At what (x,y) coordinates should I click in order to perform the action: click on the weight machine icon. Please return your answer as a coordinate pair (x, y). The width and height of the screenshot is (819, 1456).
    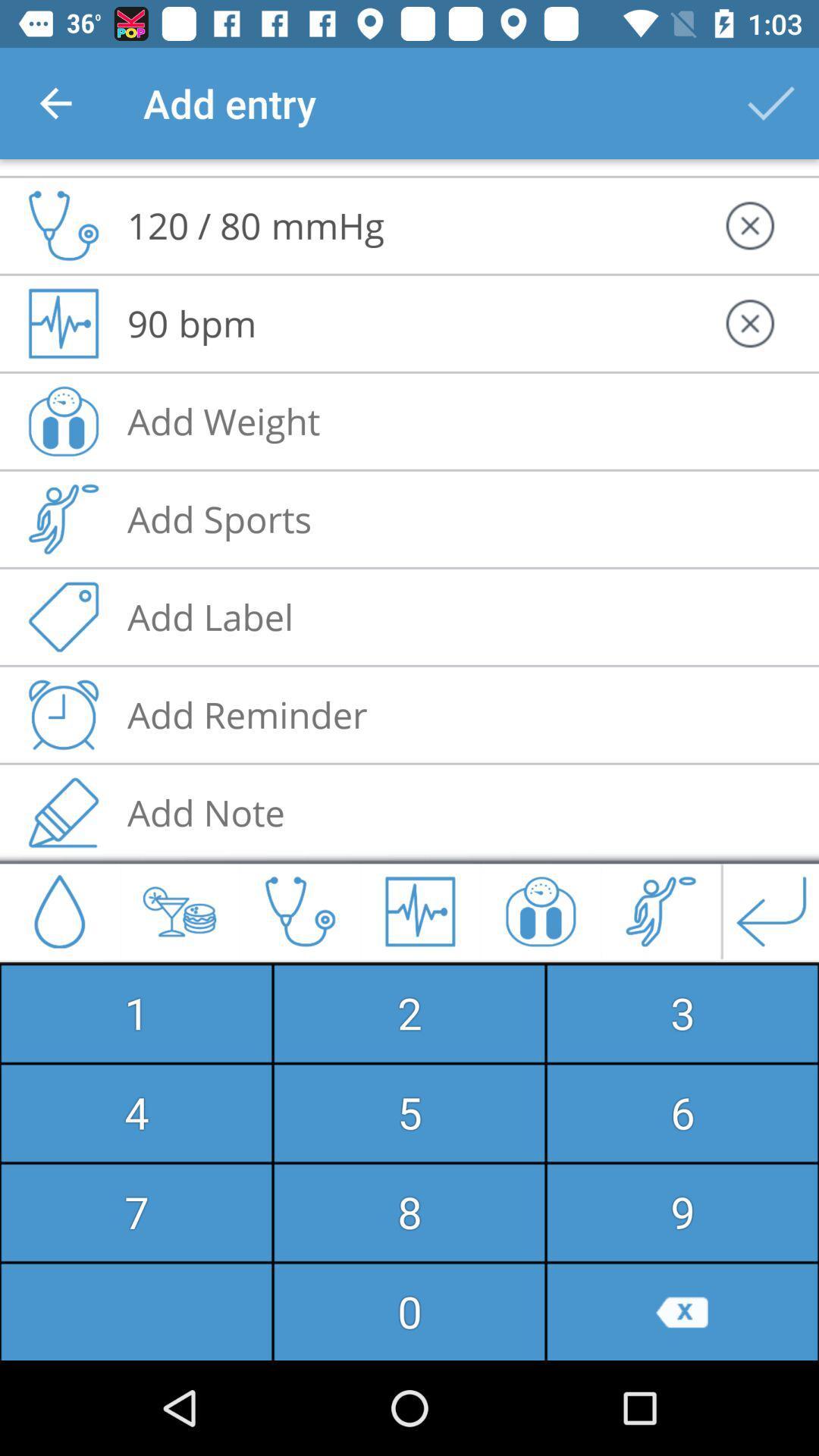
    Looking at the image, I should click on (540, 910).